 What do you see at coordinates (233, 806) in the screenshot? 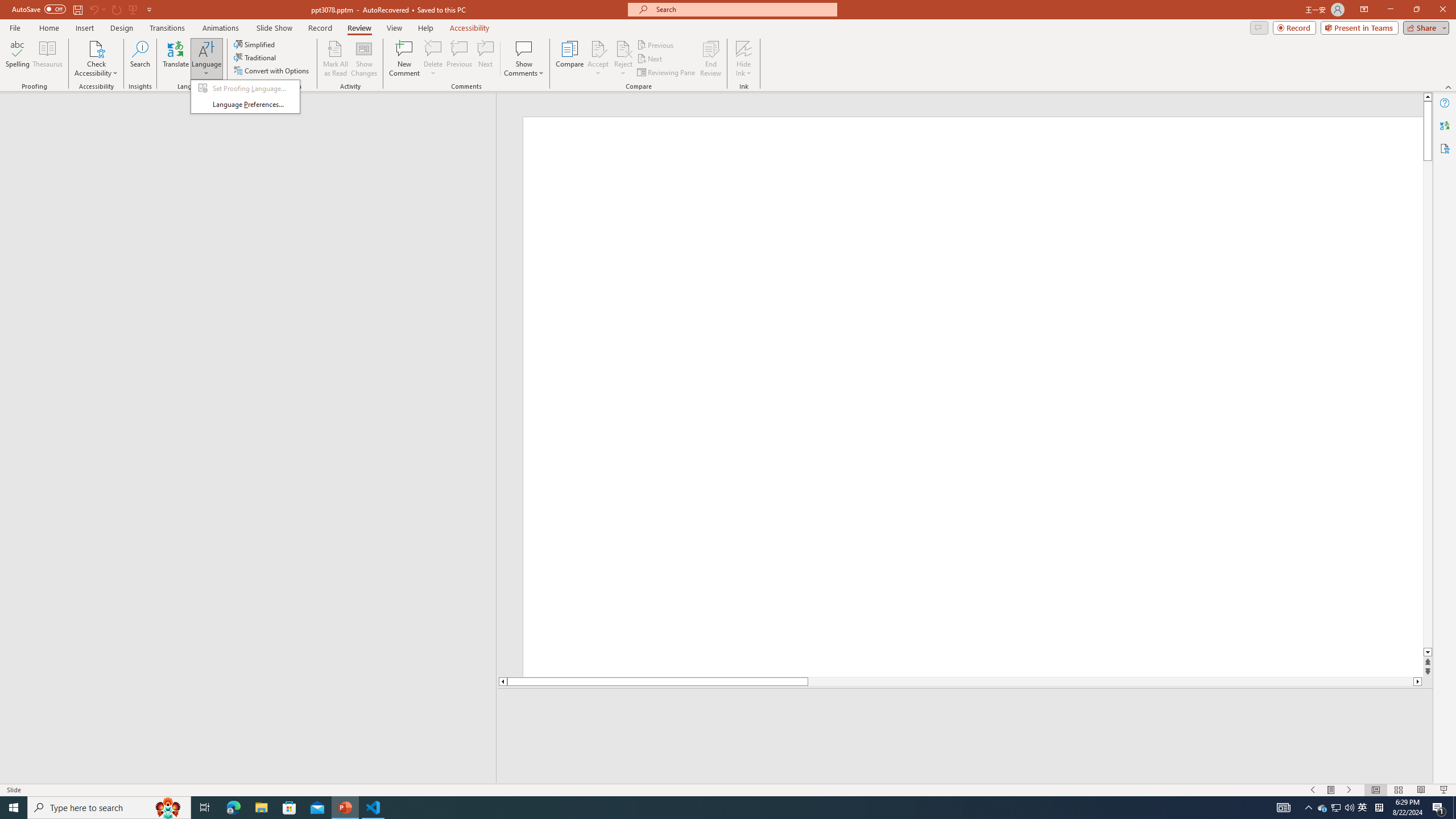
I see `'Microsoft Edge'` at bounding box center [233, 806].